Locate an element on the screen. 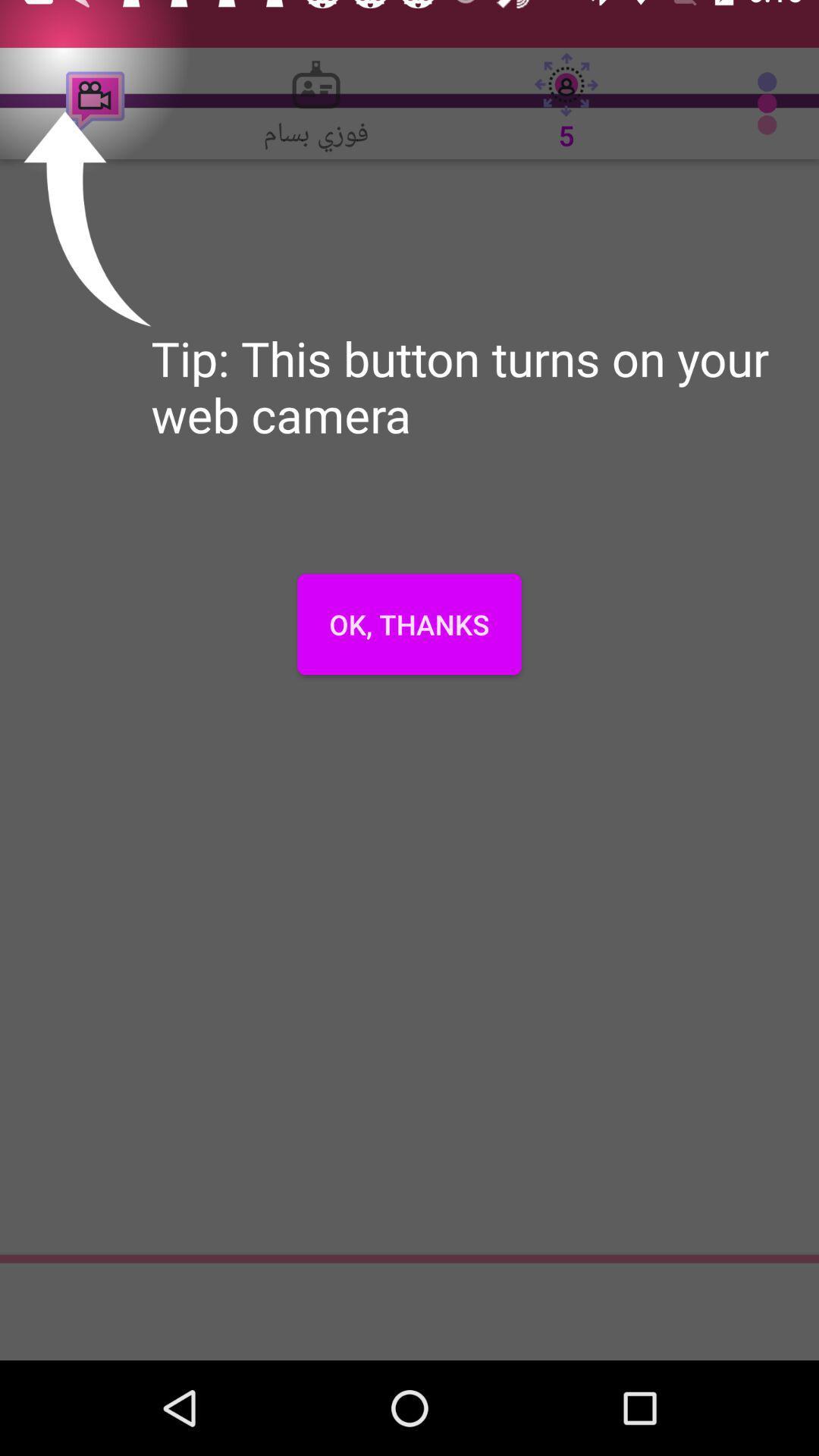 Image resolution: width=819 pixels, height=1456 pixels. item below the tip this button is located at coordinates (409, 624).